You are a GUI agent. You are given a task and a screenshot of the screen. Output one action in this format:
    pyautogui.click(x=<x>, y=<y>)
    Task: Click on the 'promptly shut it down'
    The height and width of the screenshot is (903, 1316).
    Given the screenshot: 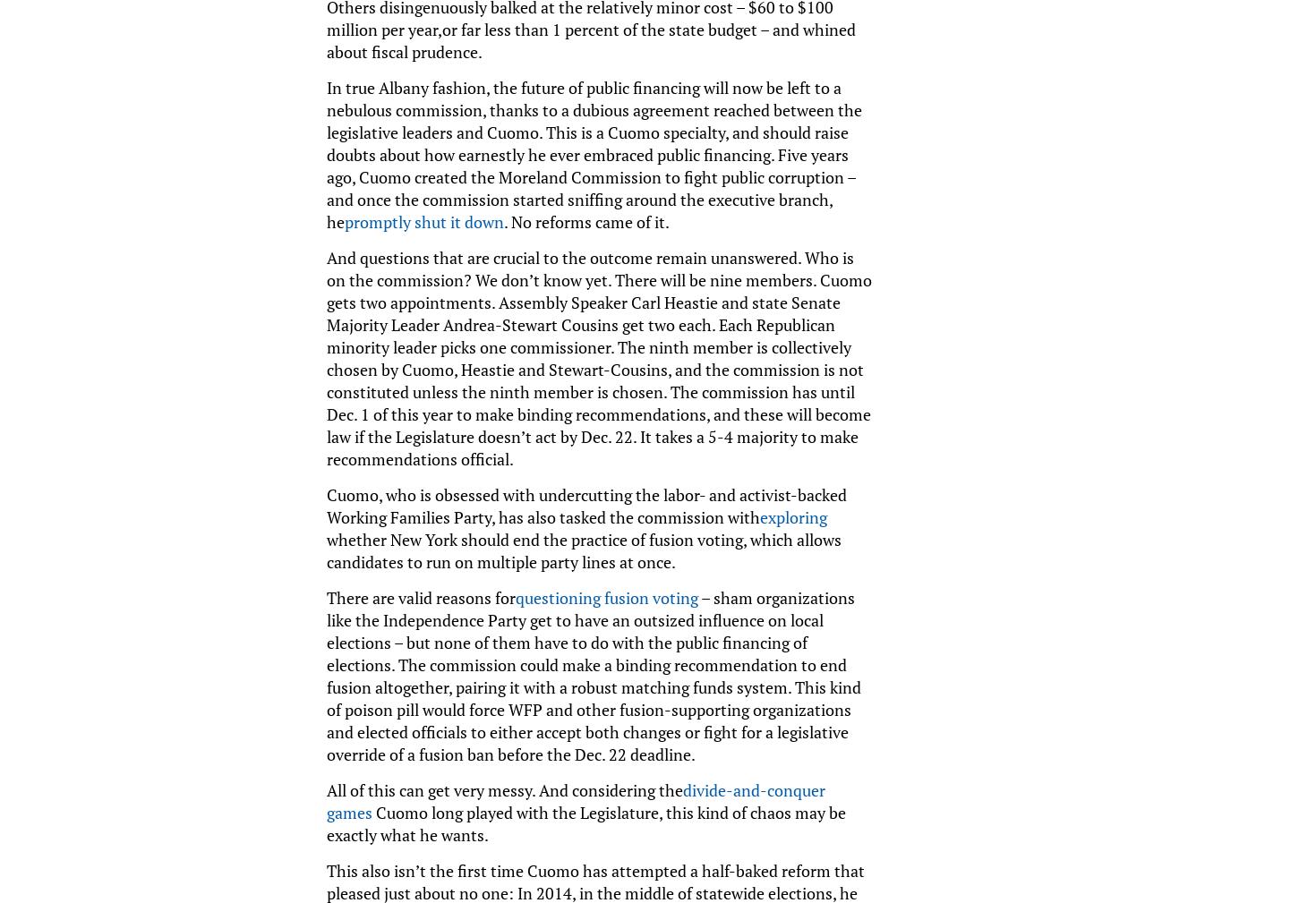 What is the action you would take?
    pyautogui.click(x=423, y=220)
    